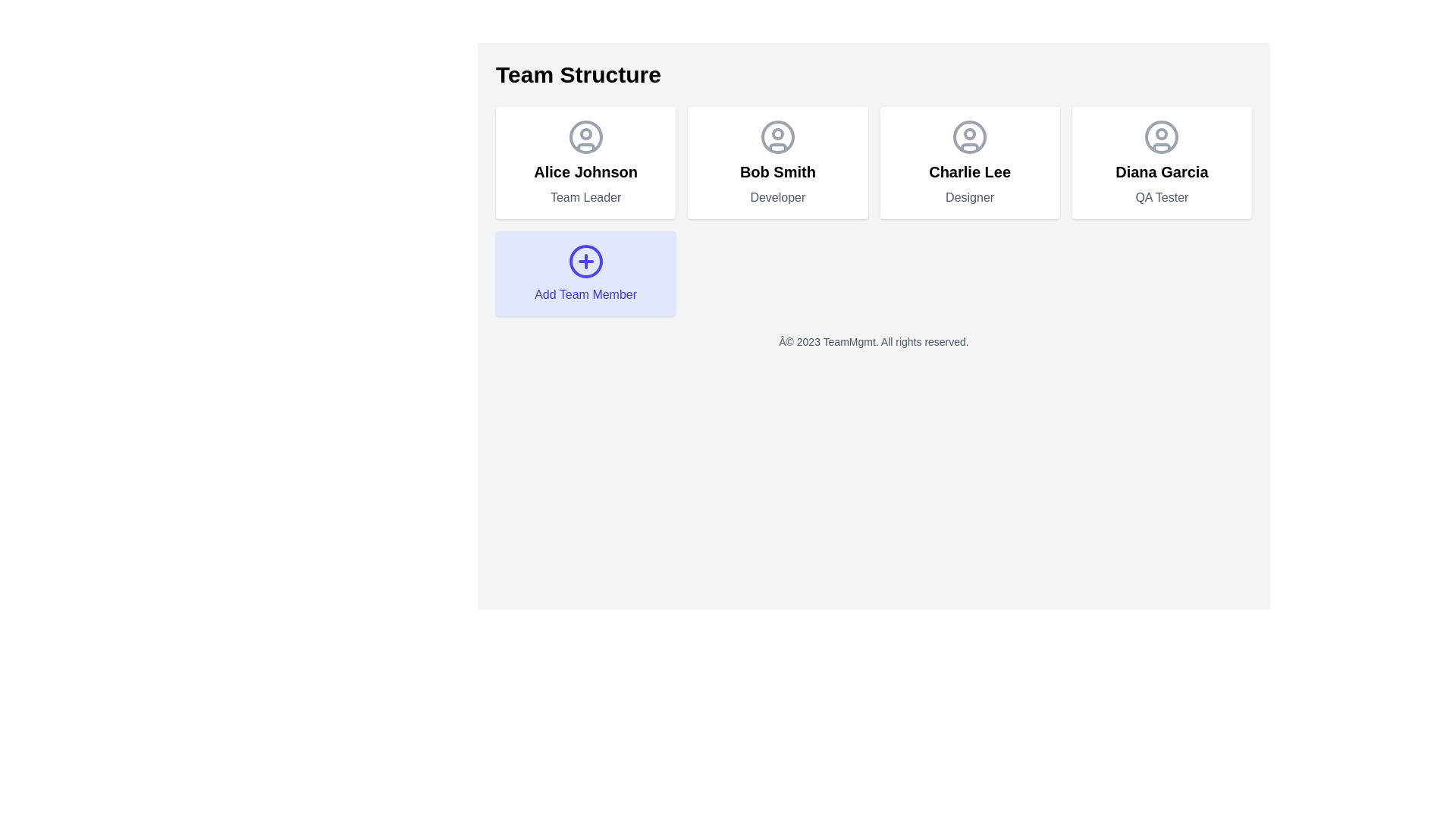 This screenshot has width=1456, height=819. Describe the element at coordinates (585, 197) in the screenshot. I see `the text label that reads 'Team Leader', which is displayed in gray color and positioned underneath the title 'Alice Johnson' within the bordered card layout` at that location.